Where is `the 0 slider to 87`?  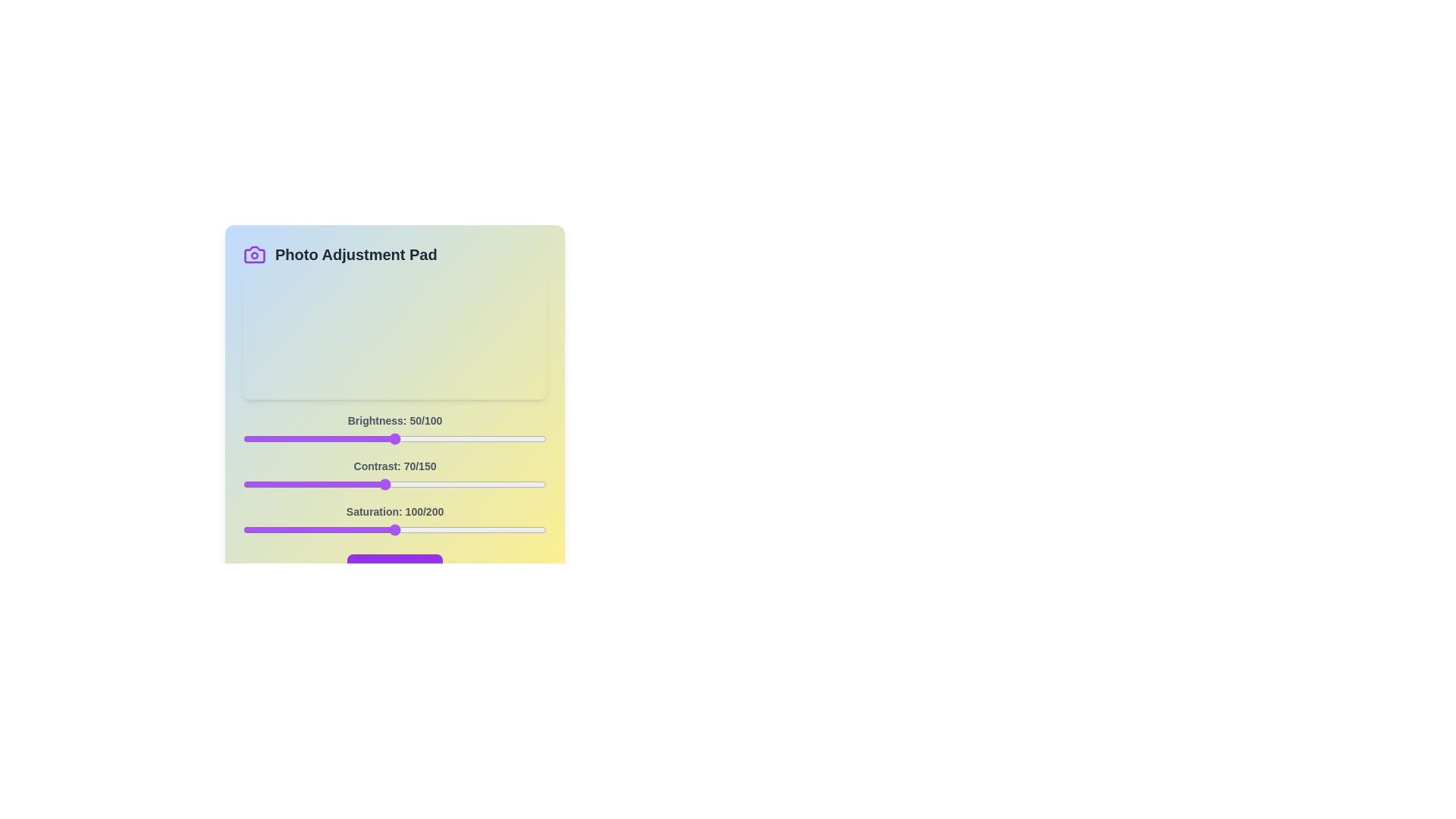 the 0 slider to 87 is located at coordinates (507, 438).